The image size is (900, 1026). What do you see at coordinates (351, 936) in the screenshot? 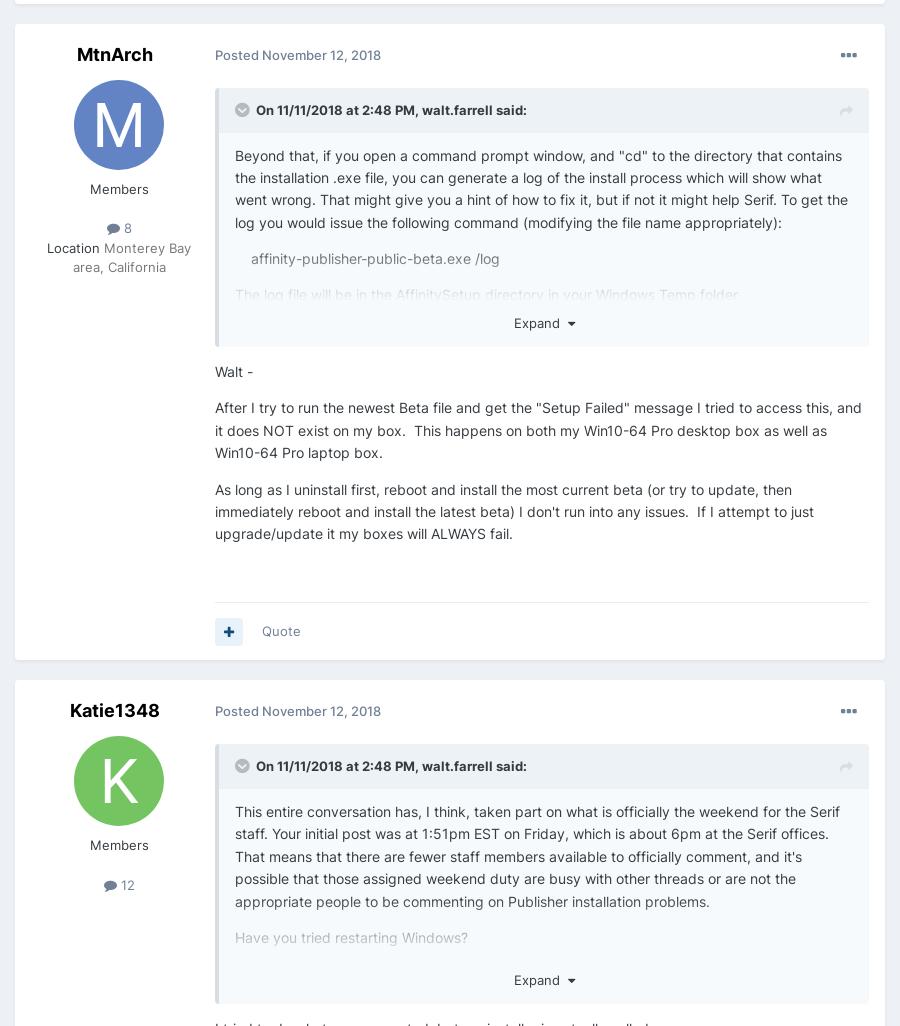
I see `'Have you tried restarting Windows?'` at bounding box center [351, 936].